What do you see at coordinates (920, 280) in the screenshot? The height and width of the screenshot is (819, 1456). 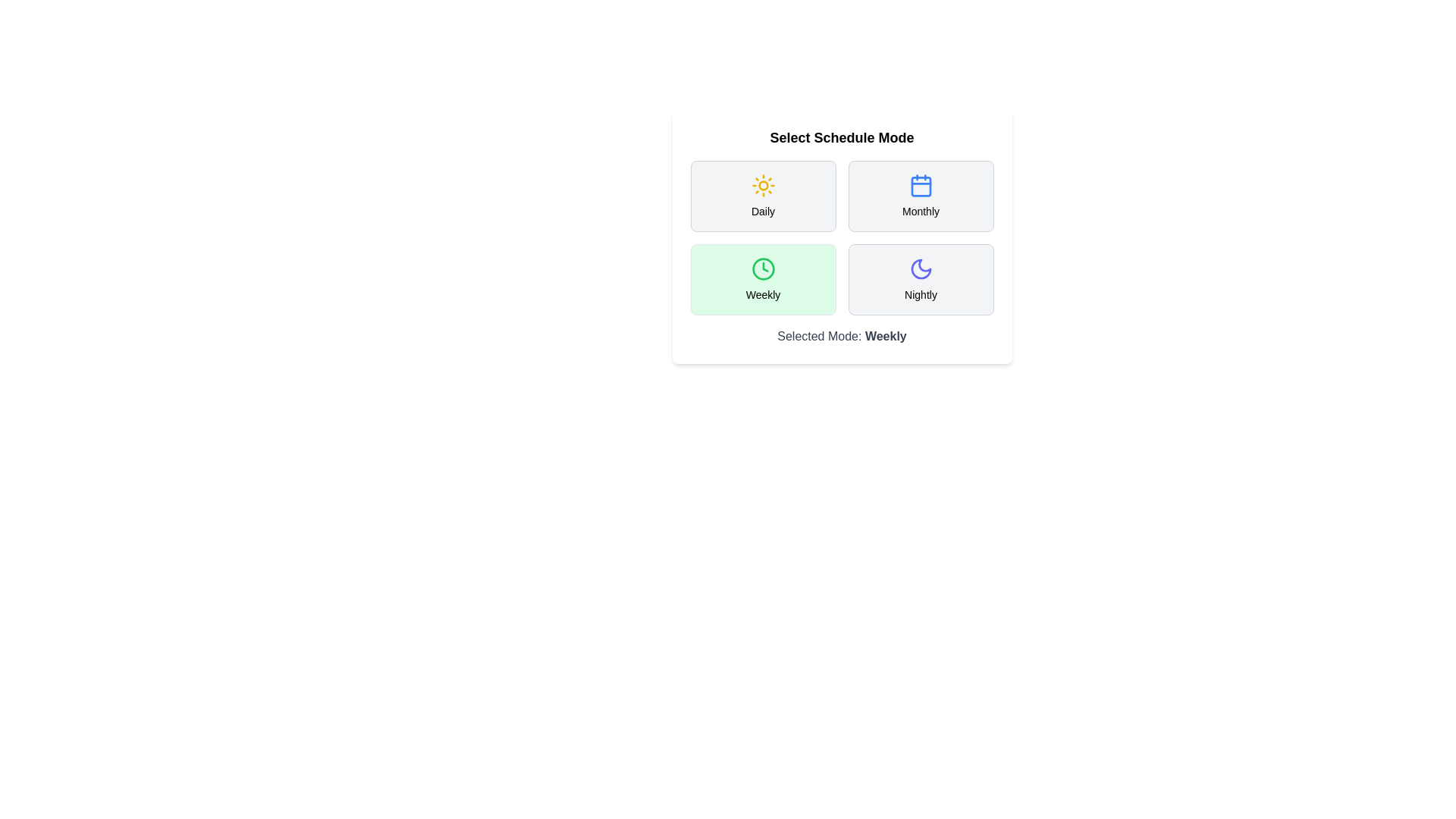 I see `the mode button for Nightly` at bounding box center [920, 280].